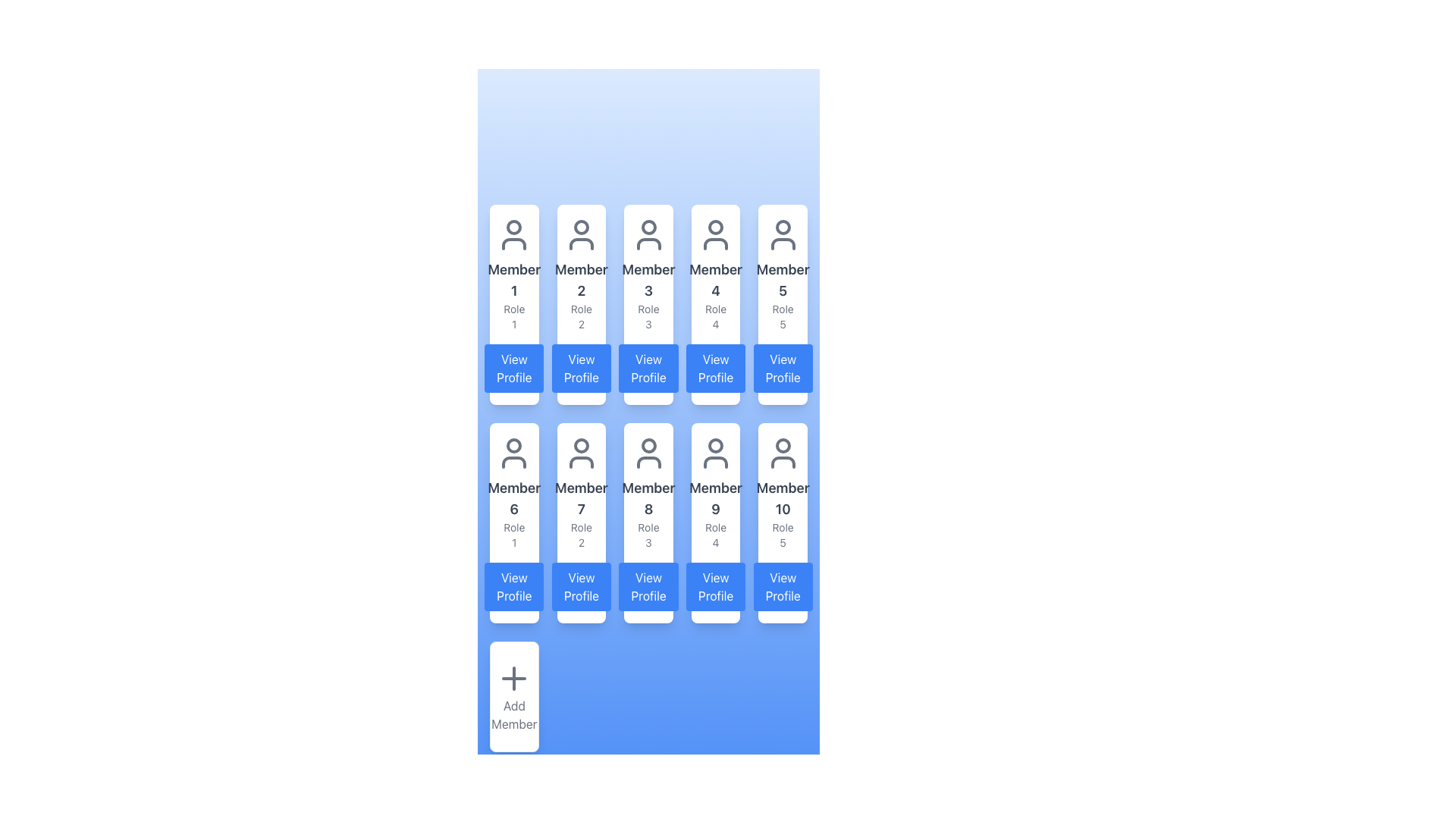 This screenshot has width=1456, height=819. I want to click on the 'View Profile' button, which has a blue background and white text, located at the bottom of the user profile card, so click(783, 586).